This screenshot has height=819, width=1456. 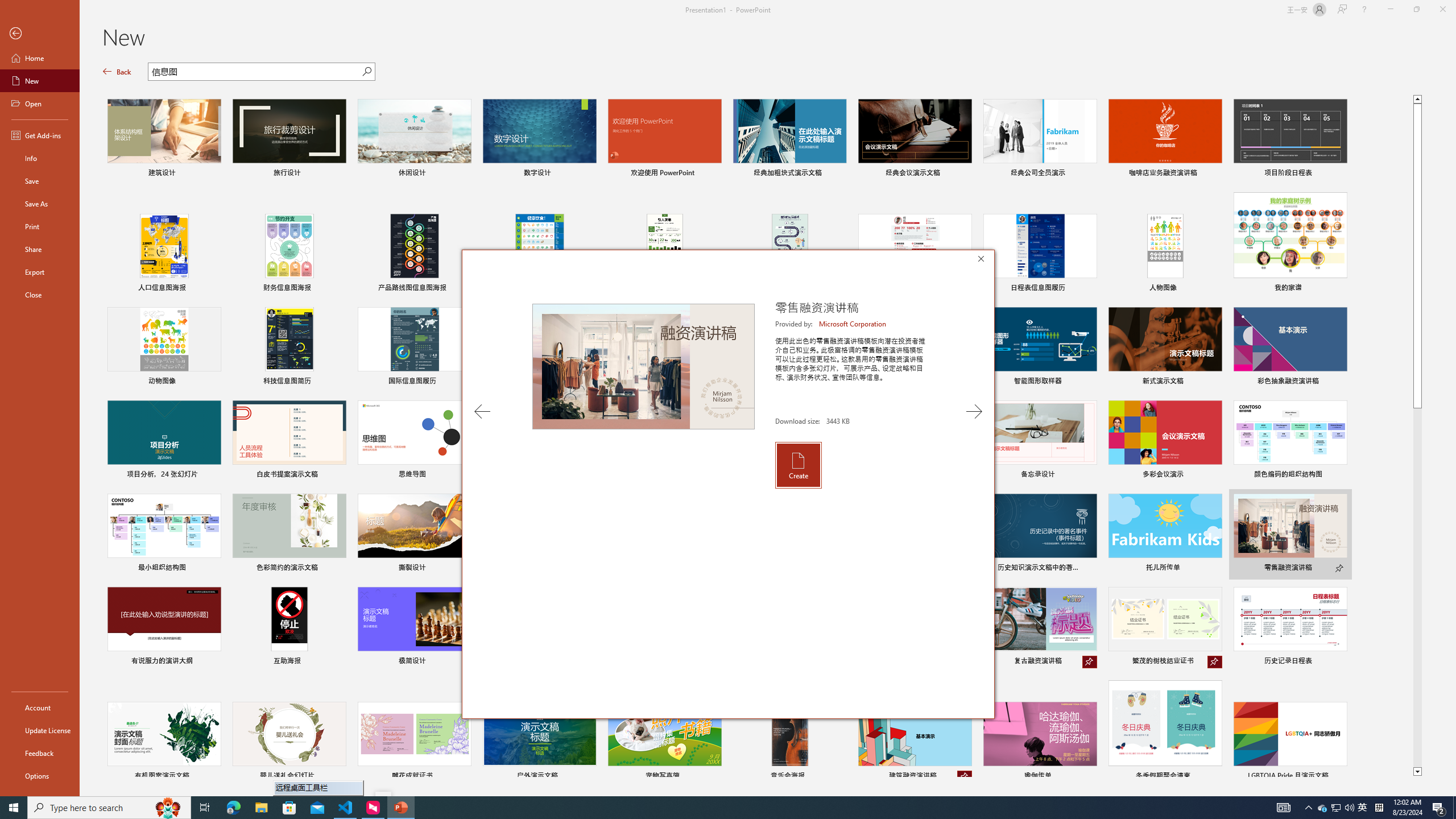 I want to click on 'Next Template', so click(x=974, y=411).